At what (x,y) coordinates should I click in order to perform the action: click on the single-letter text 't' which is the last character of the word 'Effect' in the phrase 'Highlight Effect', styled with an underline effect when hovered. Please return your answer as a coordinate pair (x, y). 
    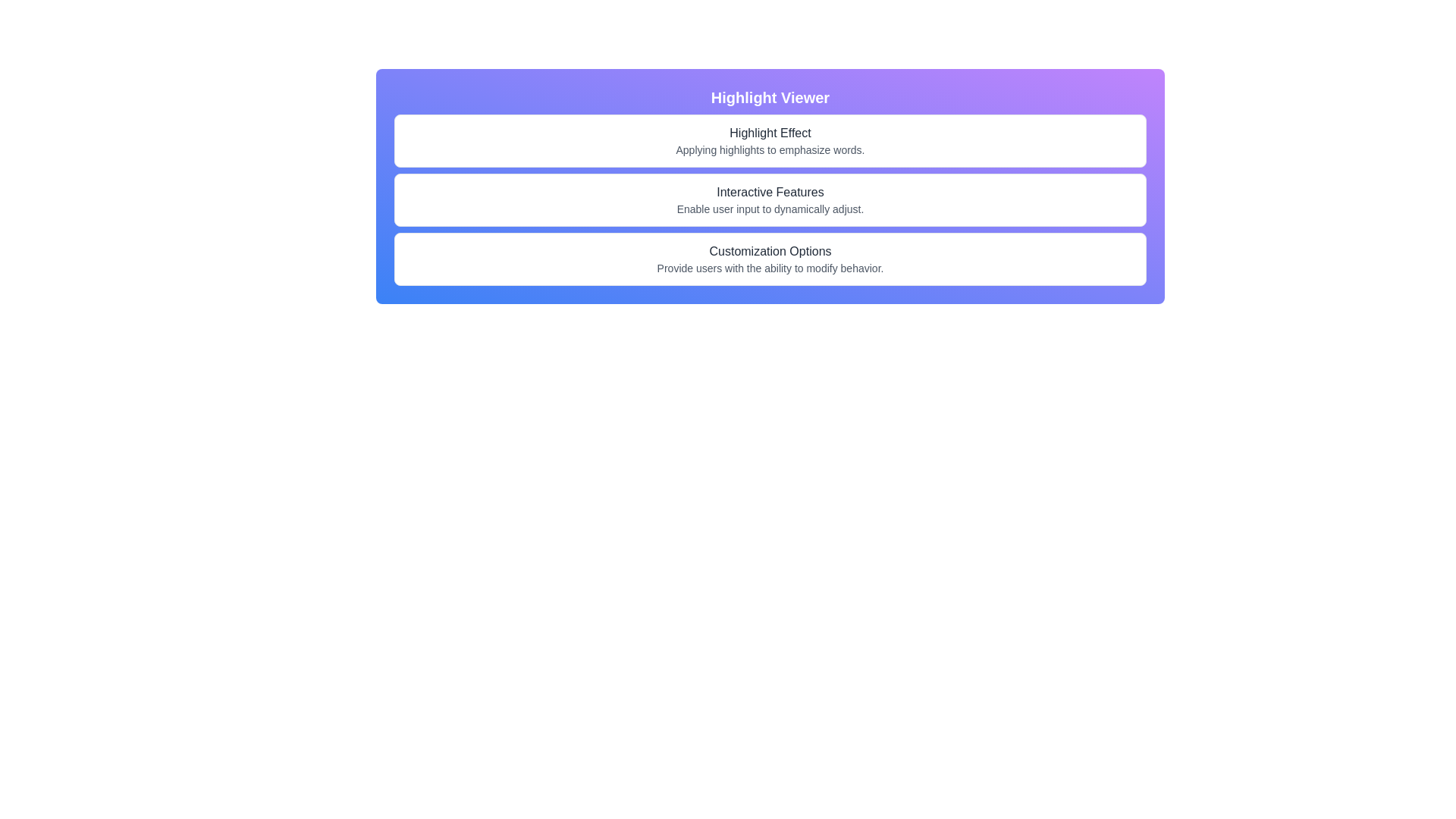
    Looking at the image, I should click on (808, 132).